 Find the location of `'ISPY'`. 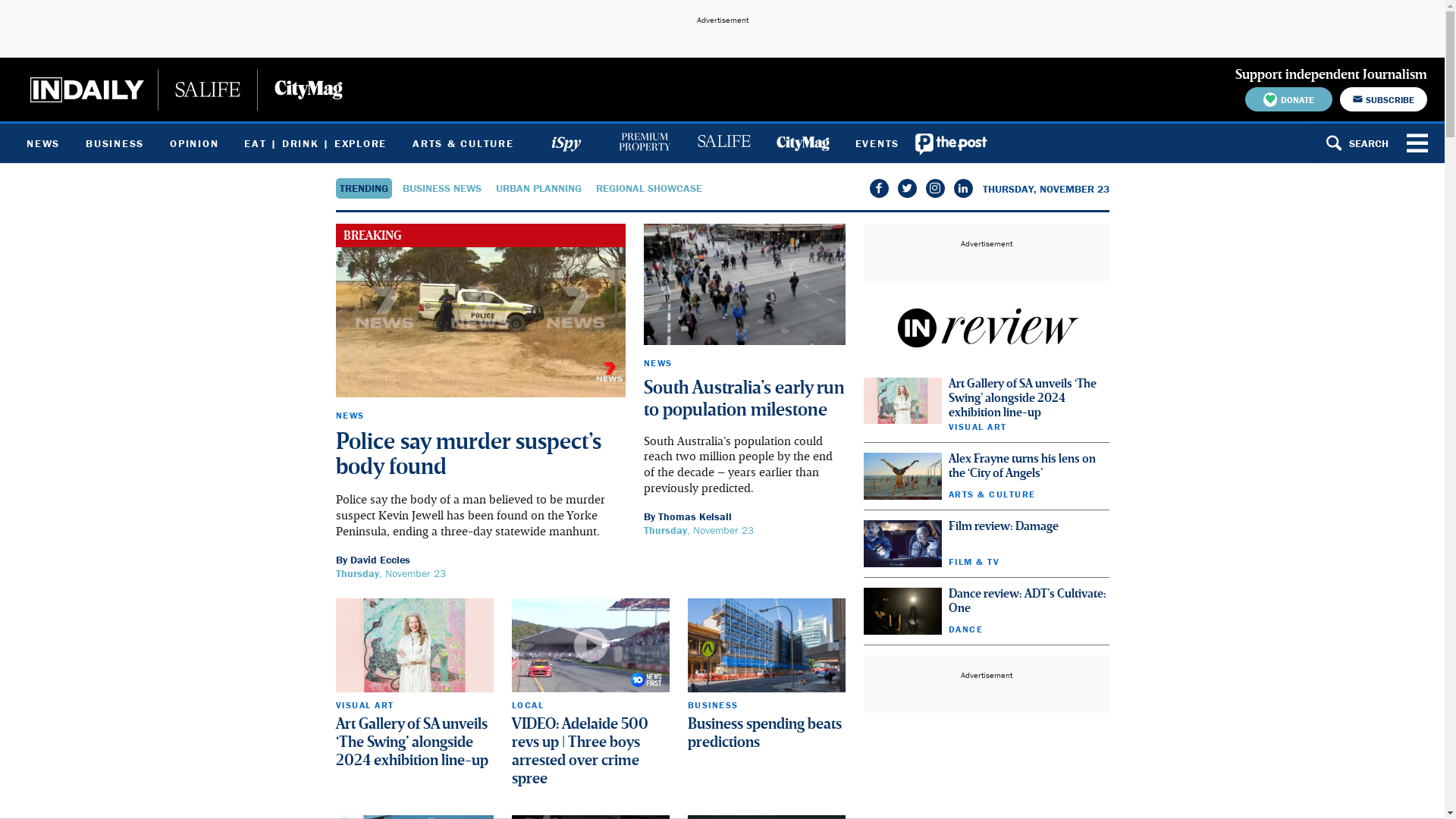

'ISPY' is located at coordinates (564, 143).